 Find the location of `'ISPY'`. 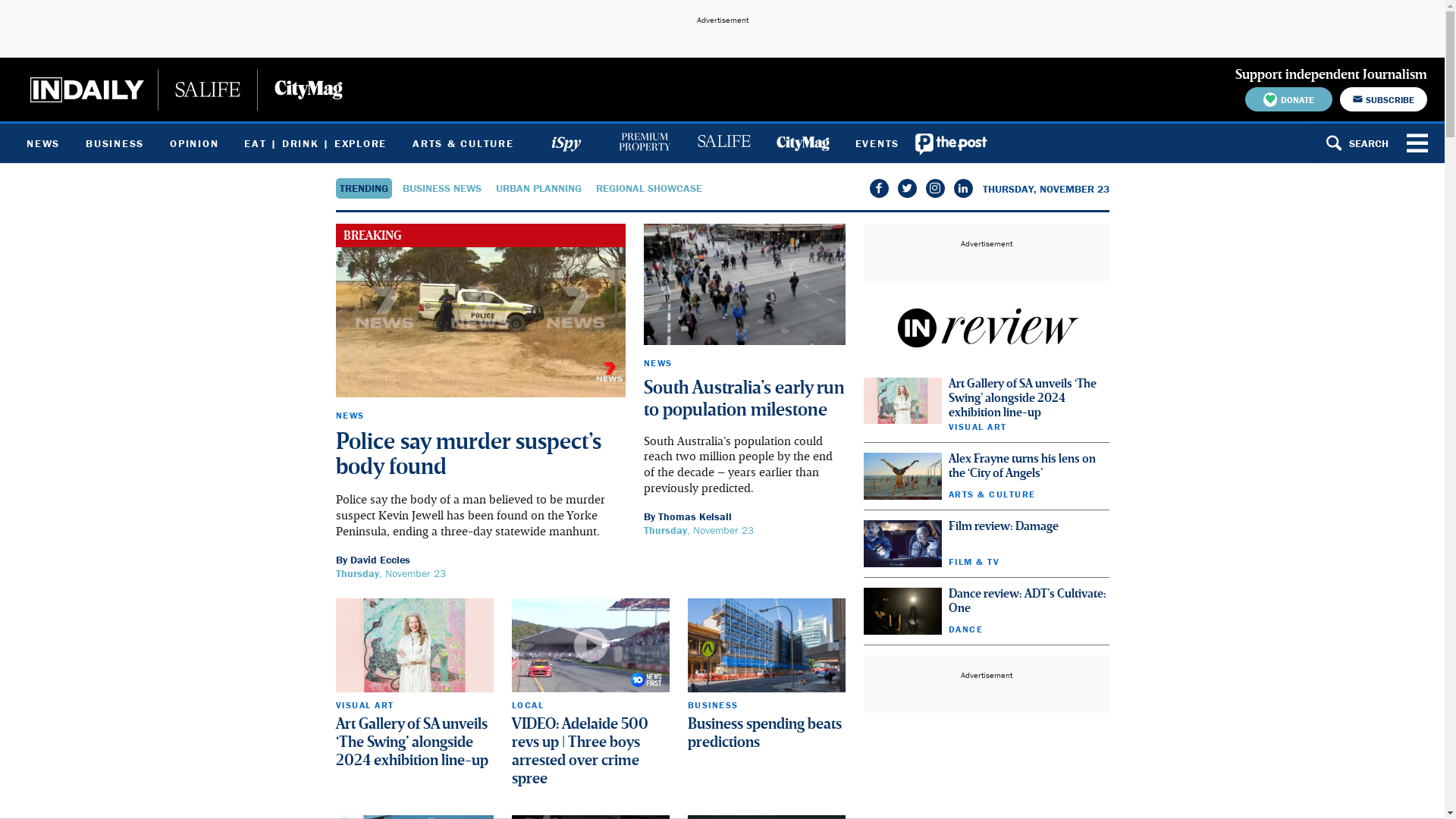

'ISPY' is located at coordinates (564, 143).